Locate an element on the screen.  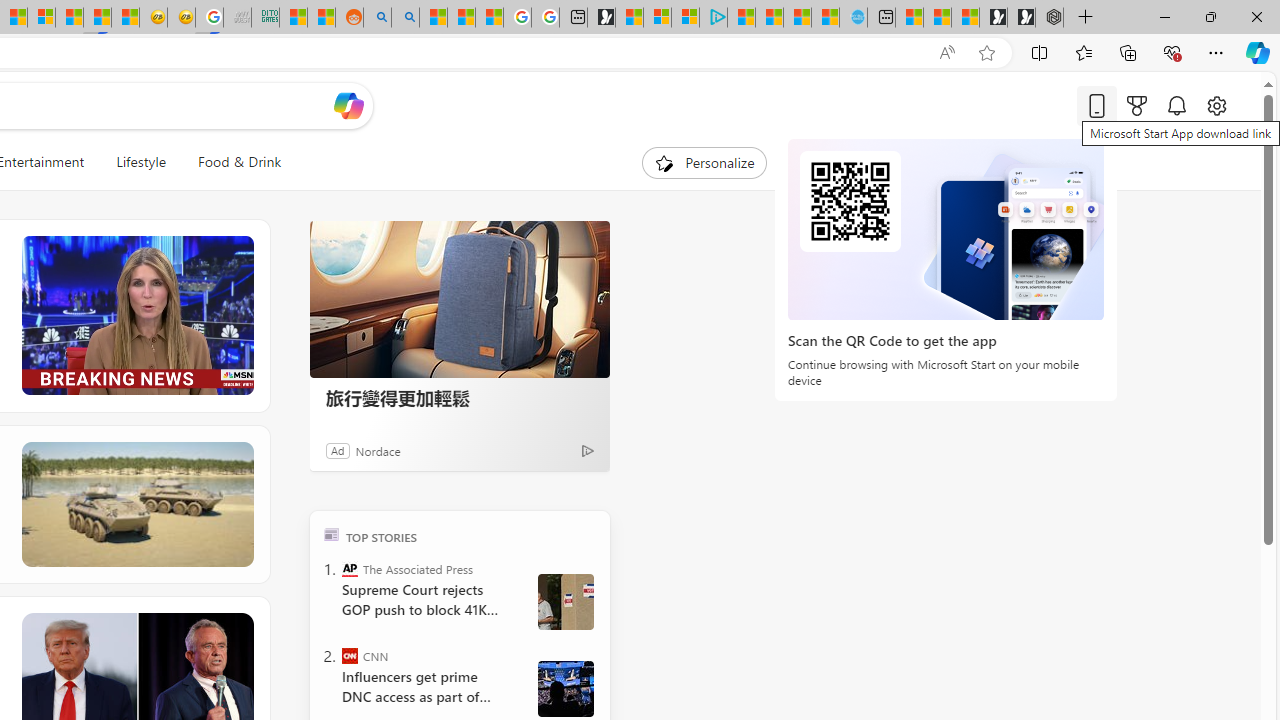
'Class: hero-image' is located at coordinates (135, 315).